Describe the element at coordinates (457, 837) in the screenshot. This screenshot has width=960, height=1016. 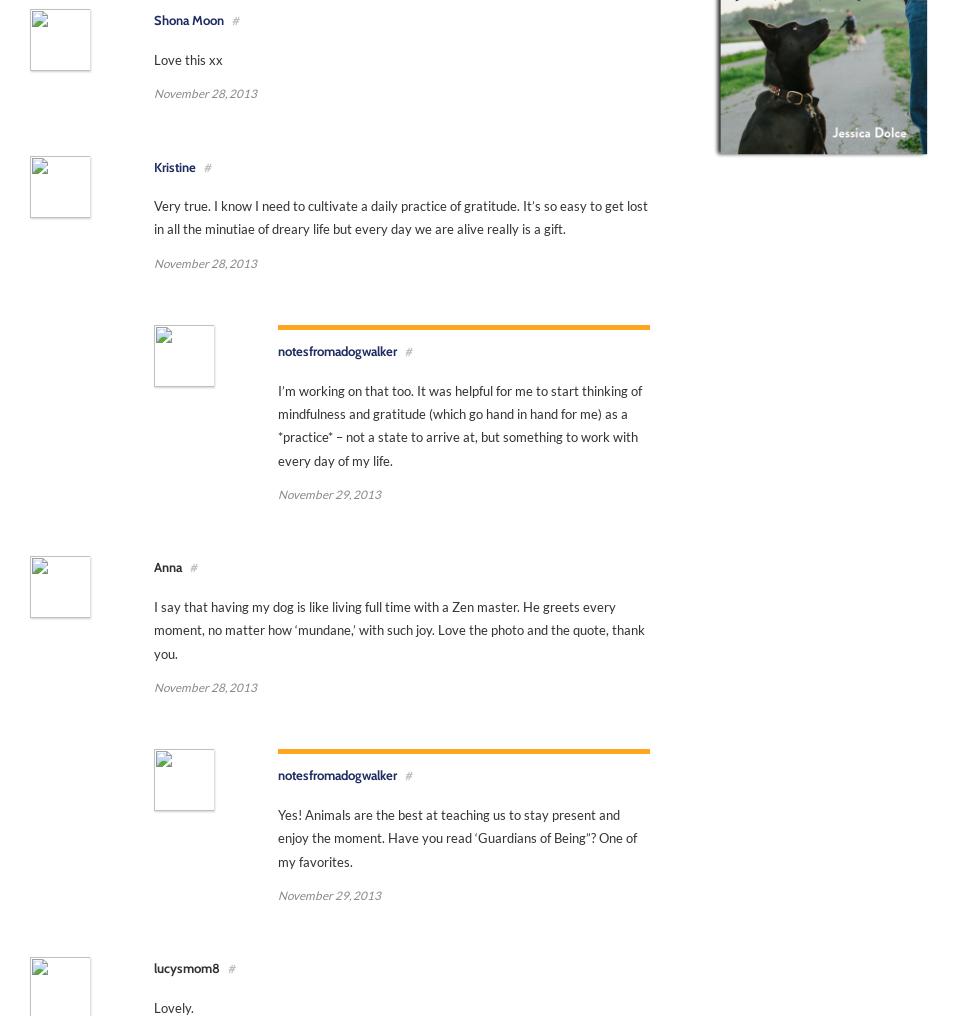
I see `'Yes! Animals are the best at teaching us to stay present and enjoy the moment. Have you read ‘Guardians of Being”? One of my favorites.'` at that location.